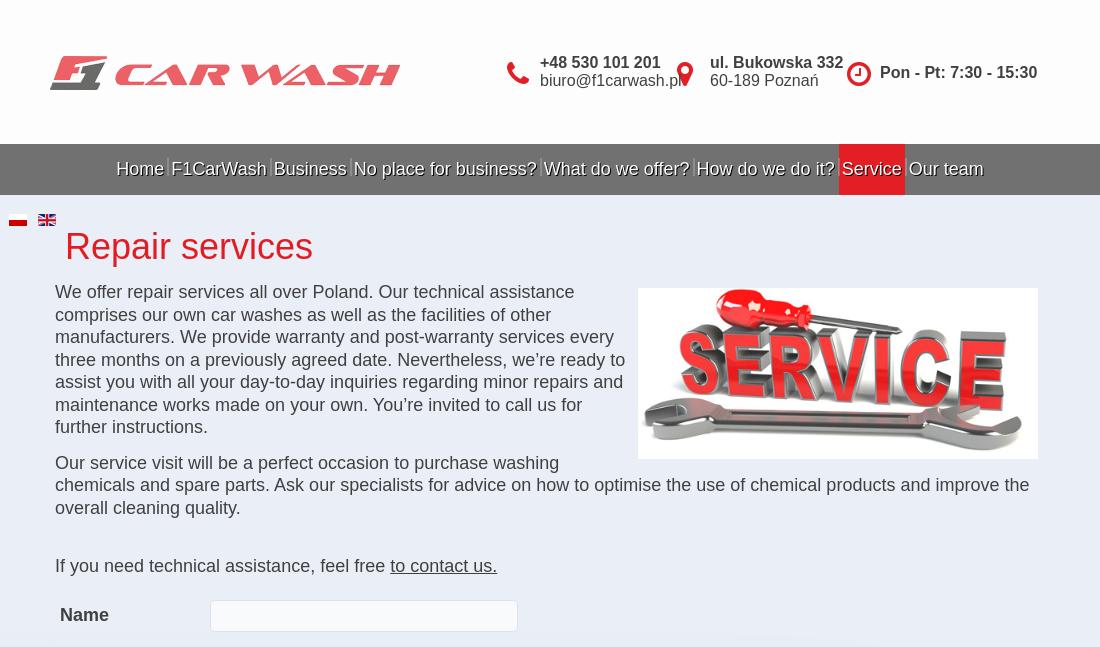  I want to click on 'Repair services', so click(187, 245).